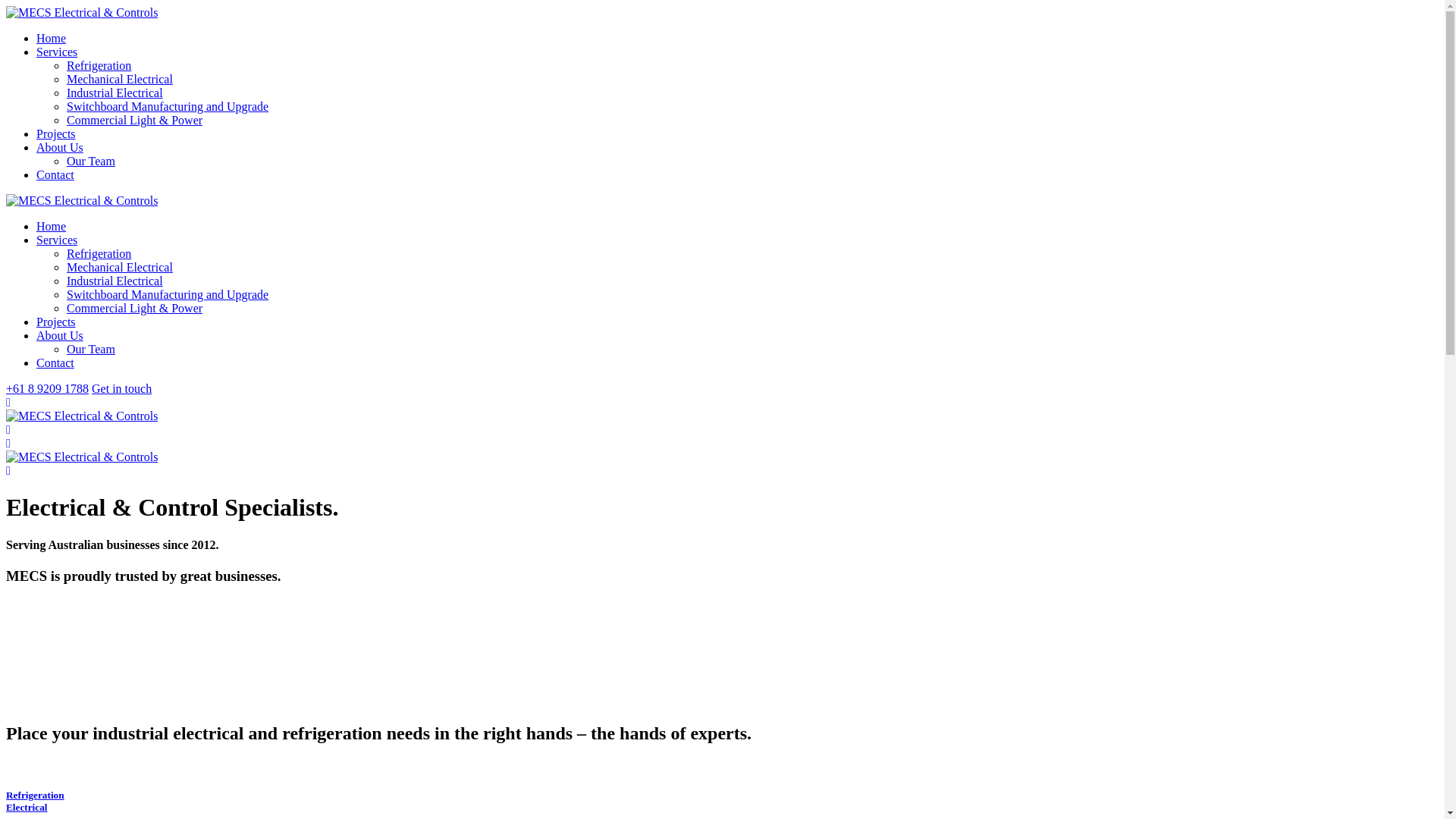 This screenshot has height=819, width=1456. I want to click on 'Our Team', so click(90, 349).